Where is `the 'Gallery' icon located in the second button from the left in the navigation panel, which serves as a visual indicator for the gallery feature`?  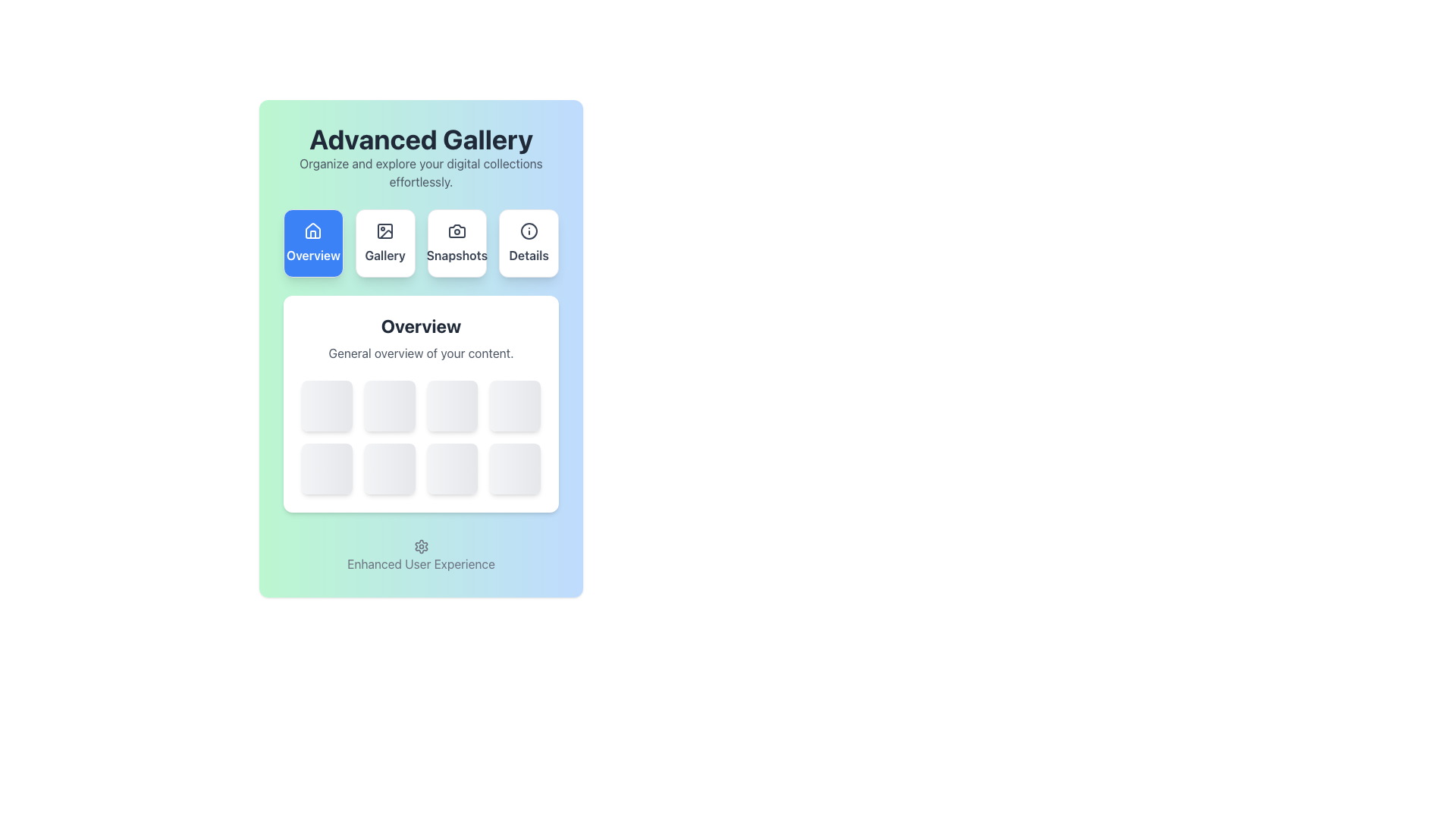 the 'Gallery' icon located in the second button from the left in the navigation panel, which serves as a visual indicator for the gallery feature is located at coordinates (385, 231).